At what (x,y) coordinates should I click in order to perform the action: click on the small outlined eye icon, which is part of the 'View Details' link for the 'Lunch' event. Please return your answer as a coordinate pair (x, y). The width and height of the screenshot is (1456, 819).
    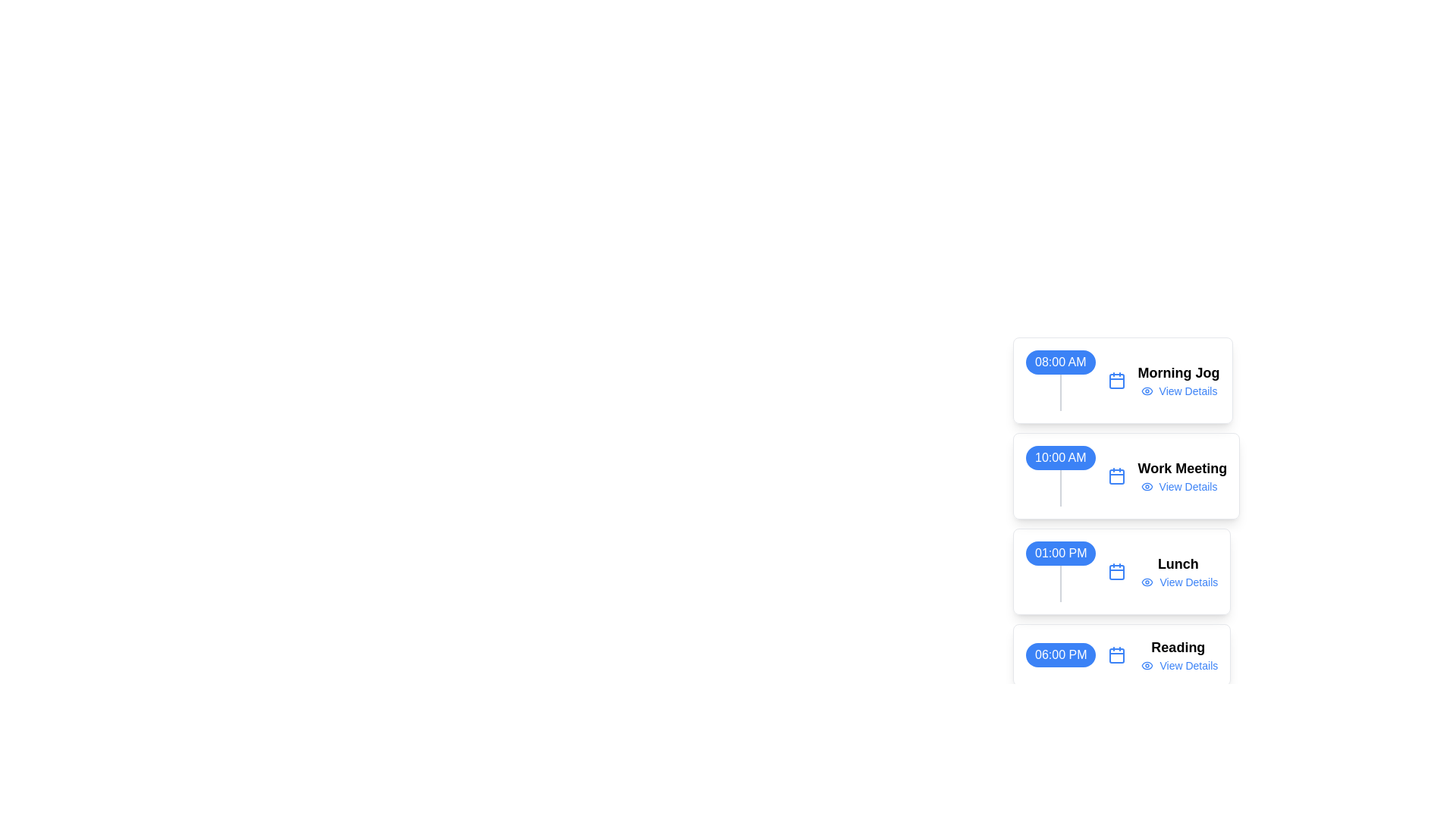
    Looking at the image, I should click on (1147, 581).